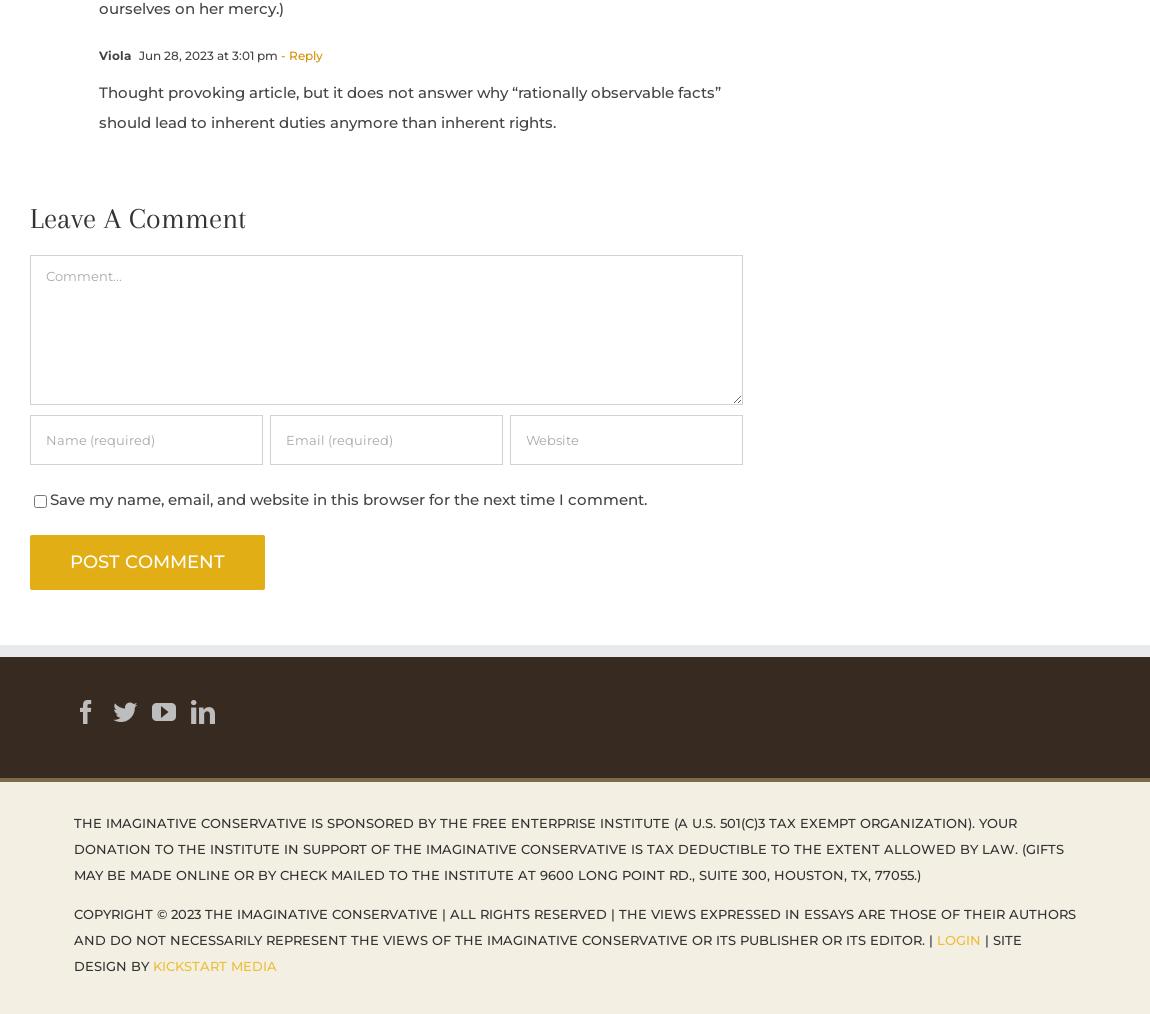 This screenshot has height=1014, width=1150. I want to click on 'Login', so click(957, 938).